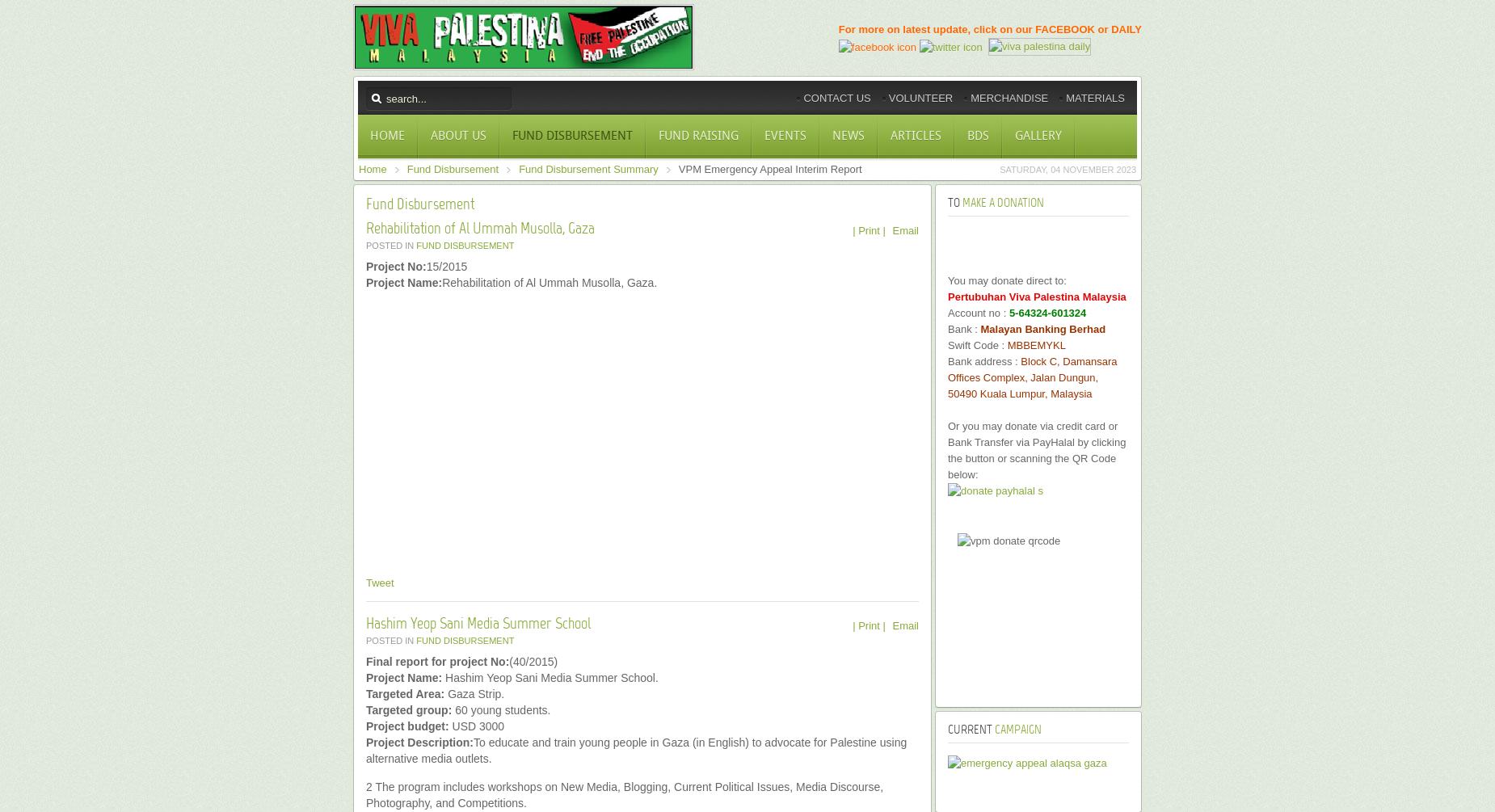 The height and width of the screenshot is (812, 1495). Describe the element at coordinates (1035, 345) in the screenshot. I see `'MBBEMYKL'` at that location.